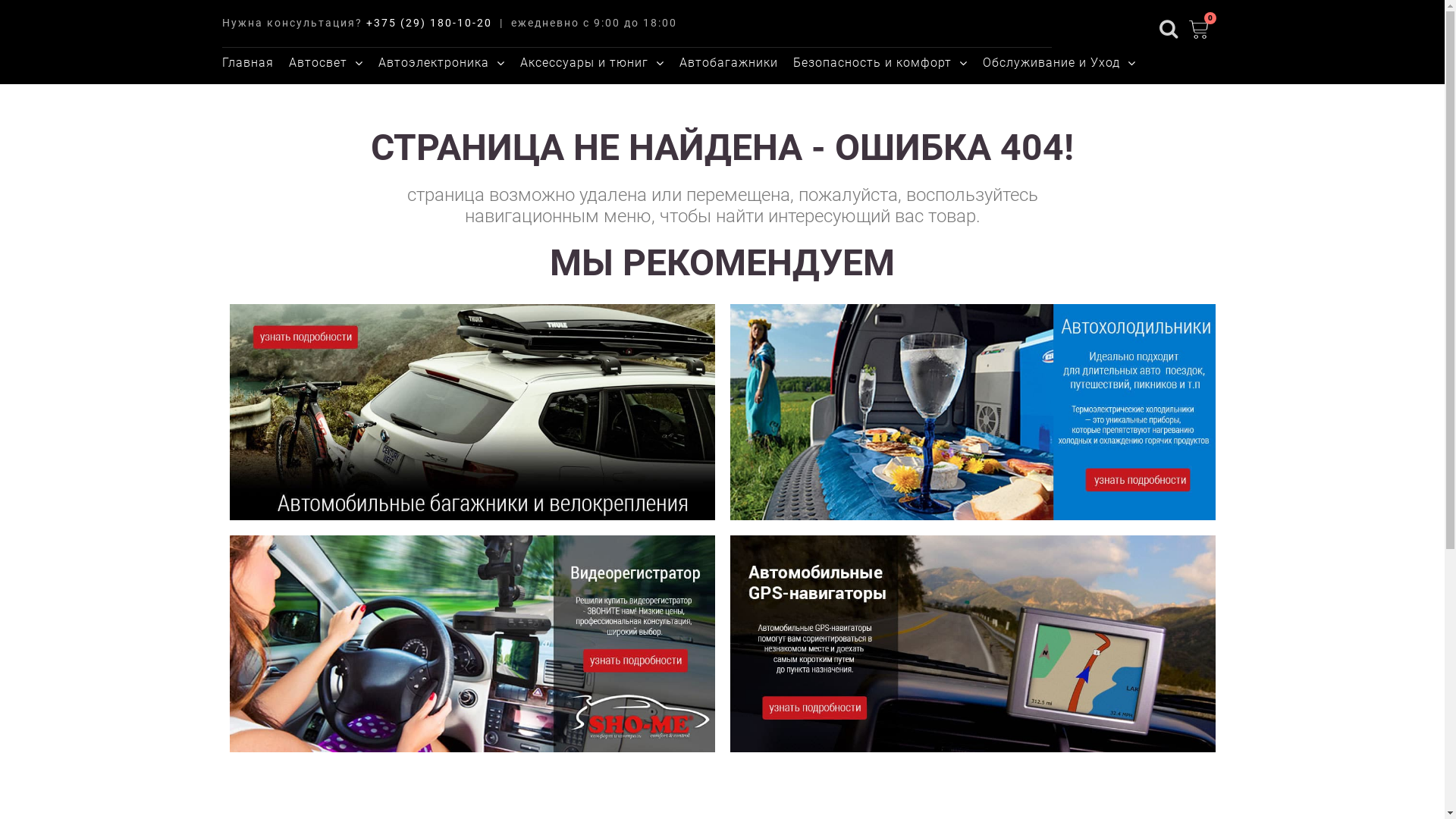  I want to click on '+375 (29) 180-10-20', so click(365, 23).